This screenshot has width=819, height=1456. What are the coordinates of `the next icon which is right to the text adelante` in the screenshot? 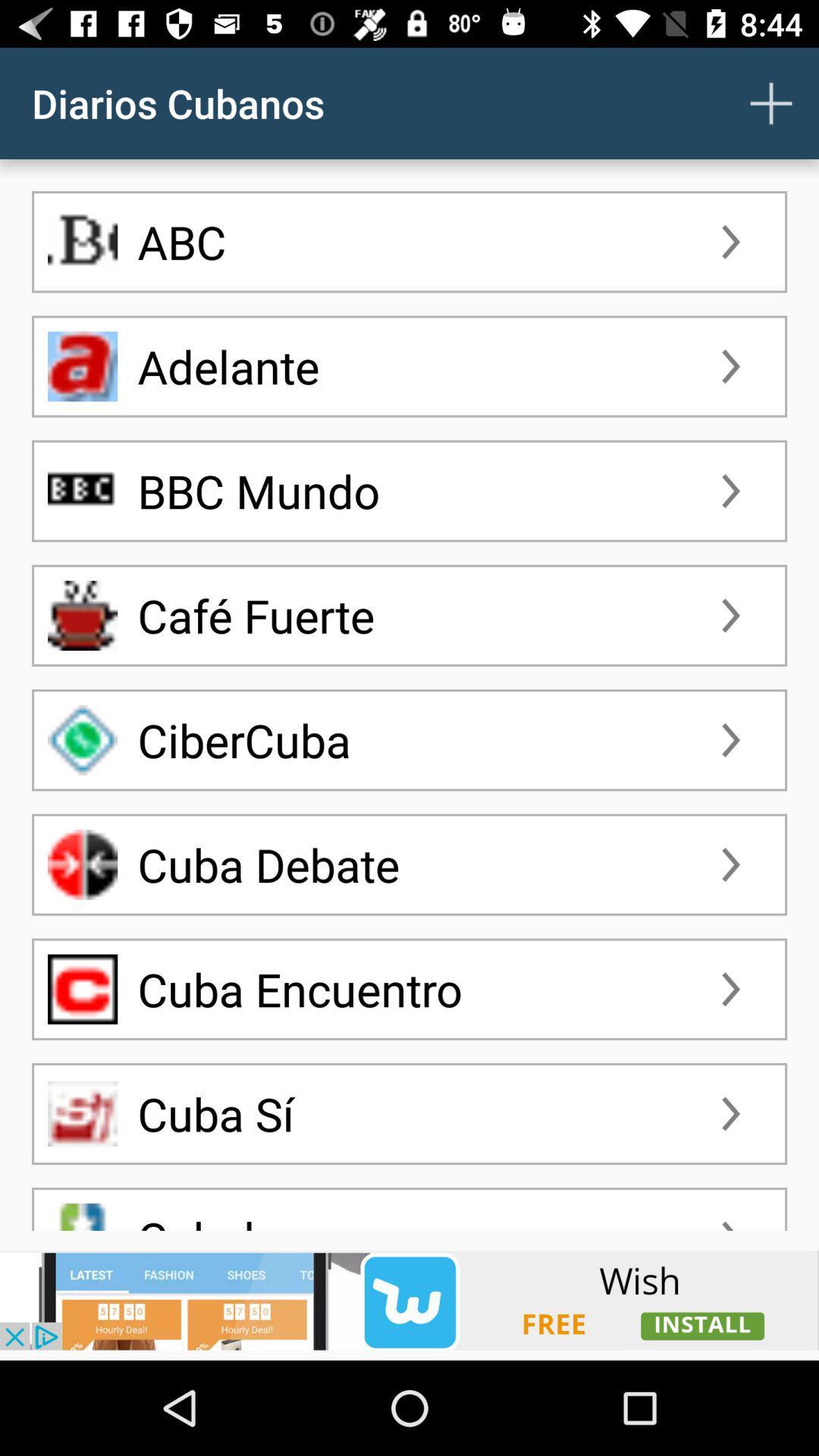 It's located at (730, 366).